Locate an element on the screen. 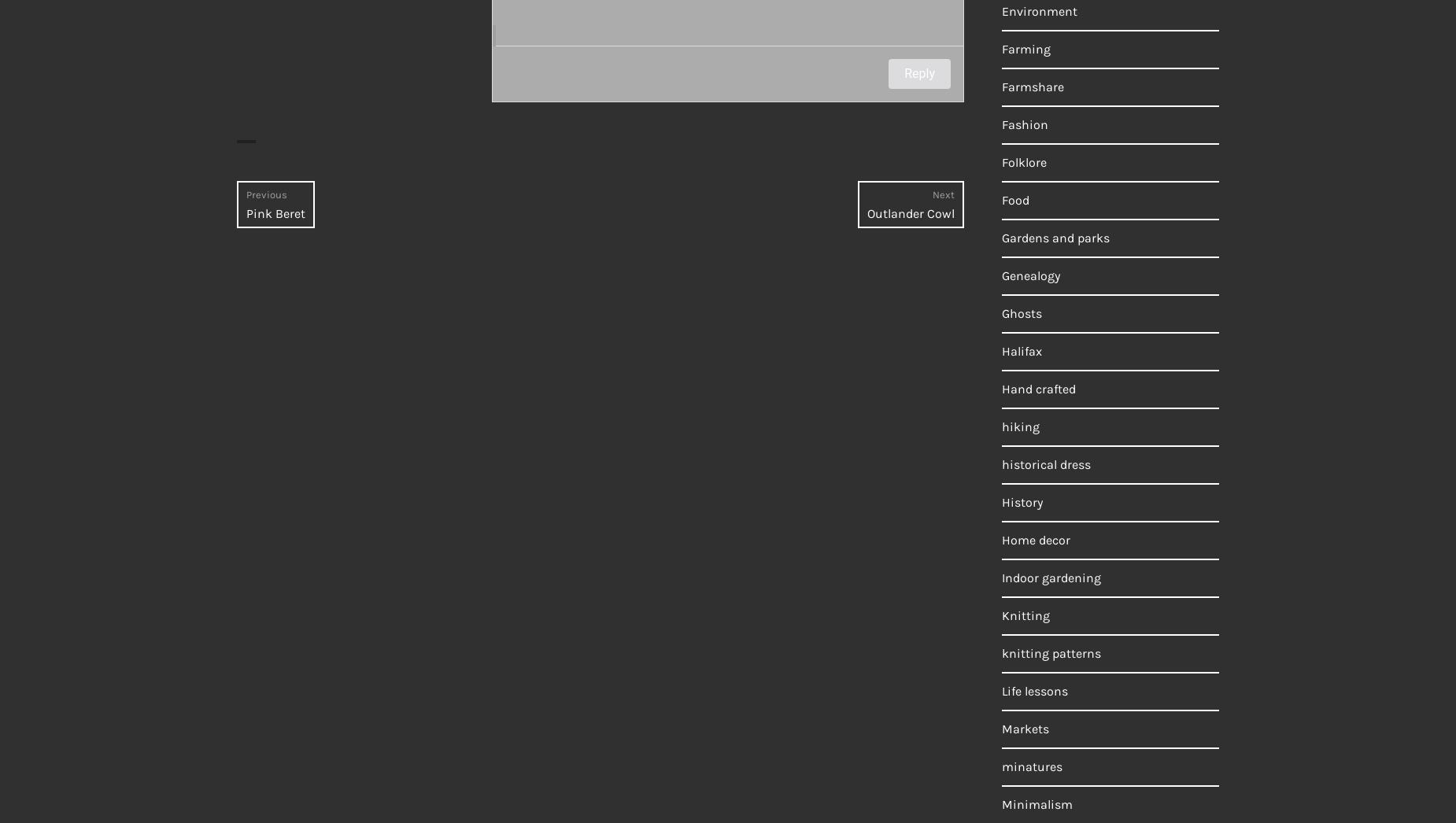 The image size is (1456, 823). 'Outlander Cowl' is located at coordinates (910, 213).